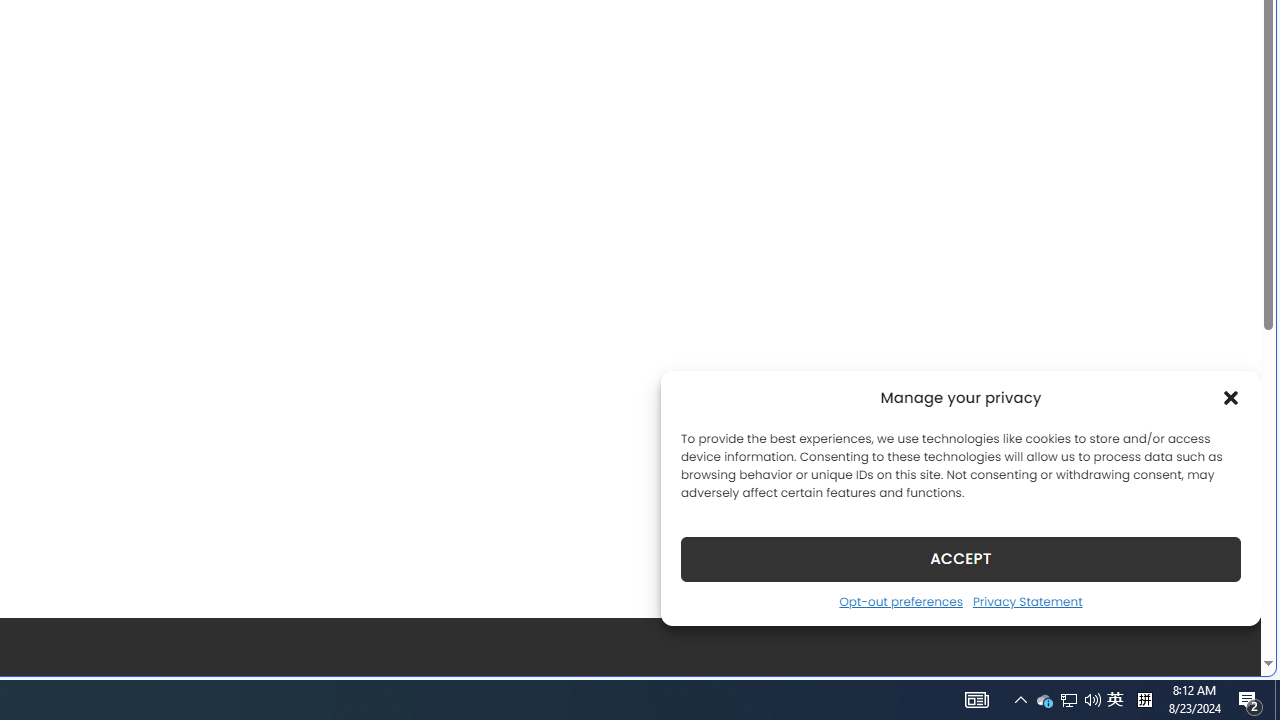 The image size is (1280, 720). Describe the element at coordinates (961, 558) in the screenshot. I see `'ACCEPT'` at that location.